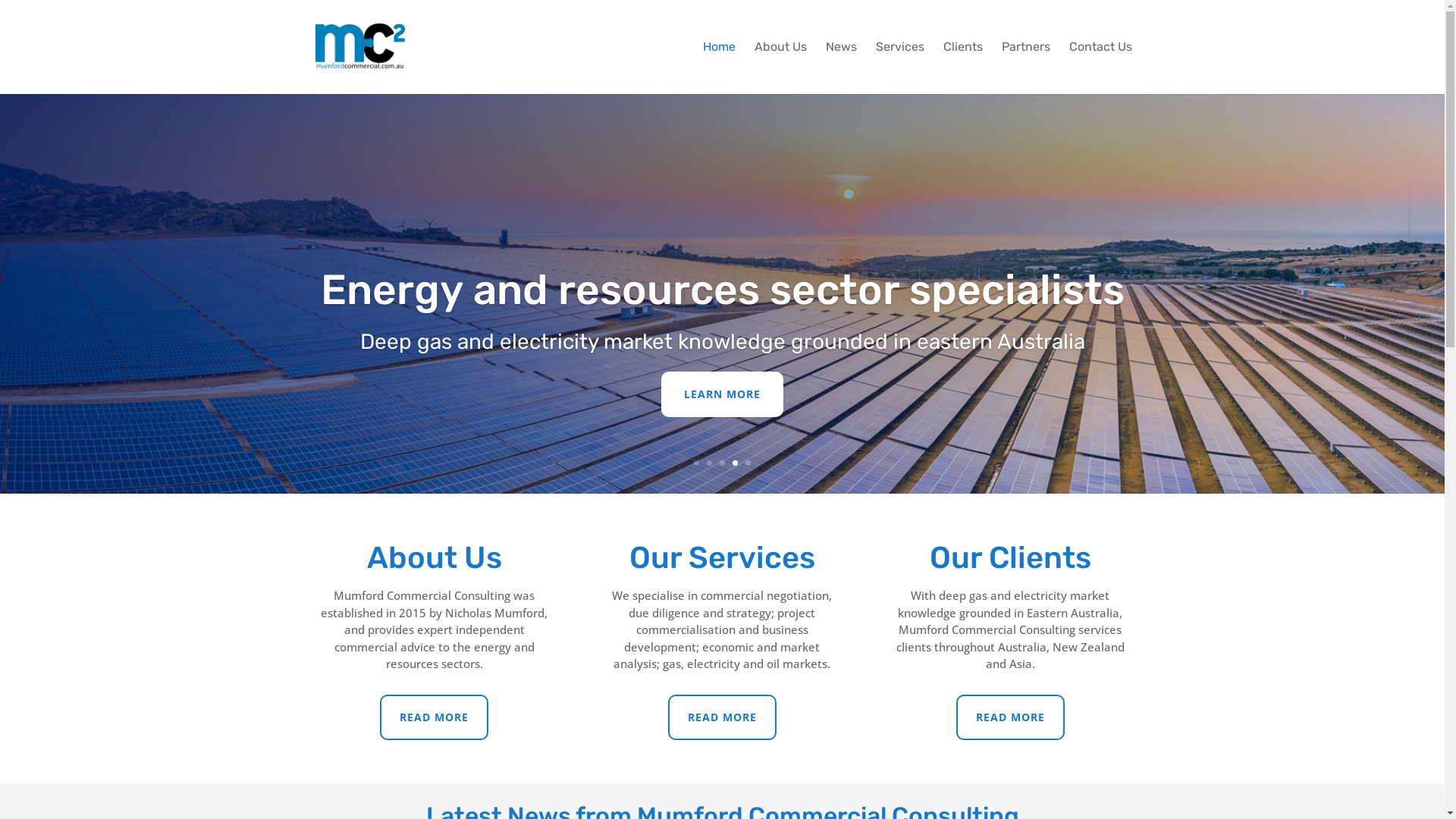 This screenshot has width=1456, height=819. Describe the element at coordinates (721, 394) in the screenshot. I see `'LEARN MORE'` at that location.